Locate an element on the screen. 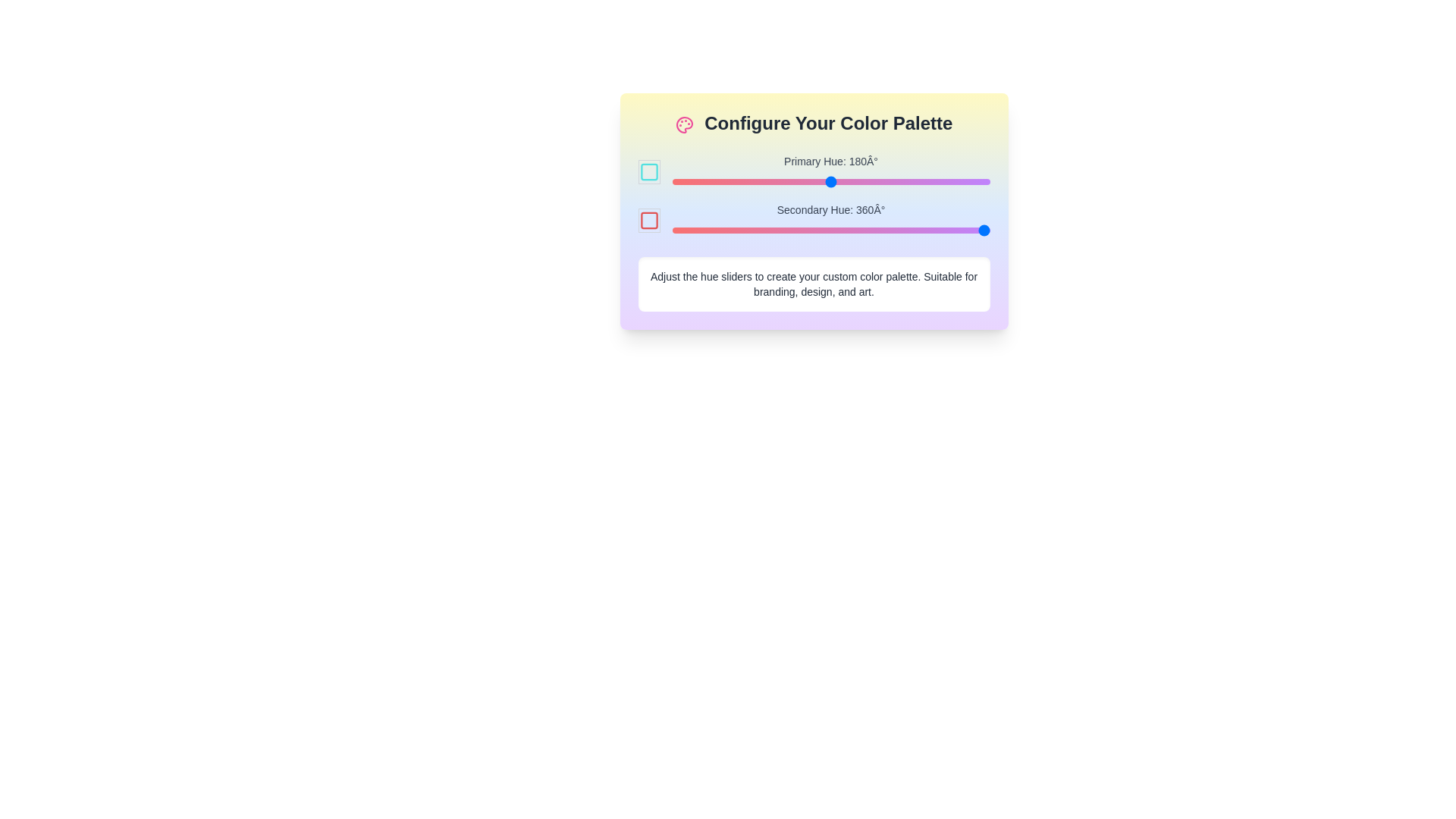 Image resolution: width=1456 pixels, height=819 pixels. the secondary hue slider to 265° is located at coordinates (906, 231).